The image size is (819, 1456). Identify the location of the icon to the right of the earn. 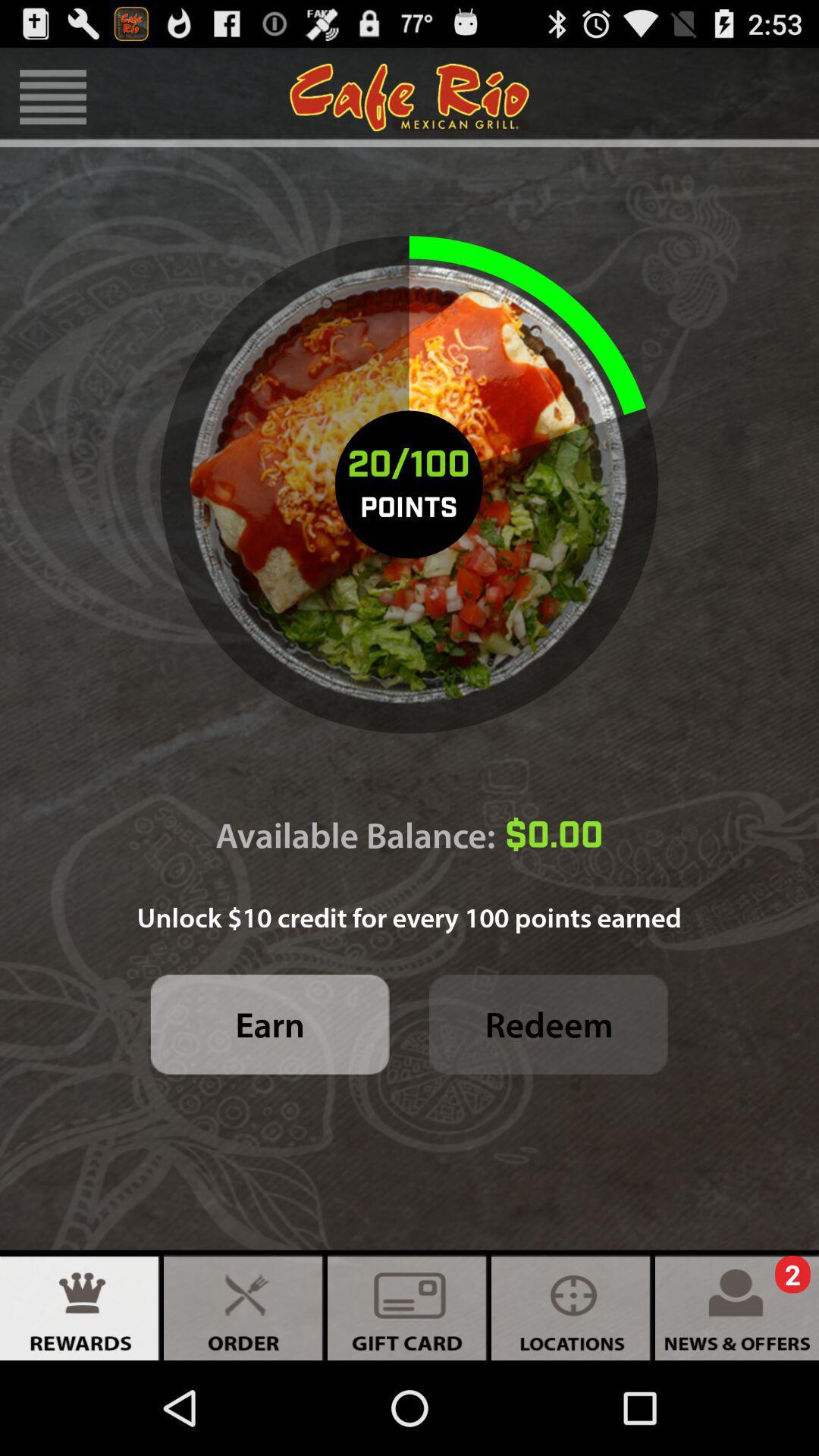
(548, 1025).